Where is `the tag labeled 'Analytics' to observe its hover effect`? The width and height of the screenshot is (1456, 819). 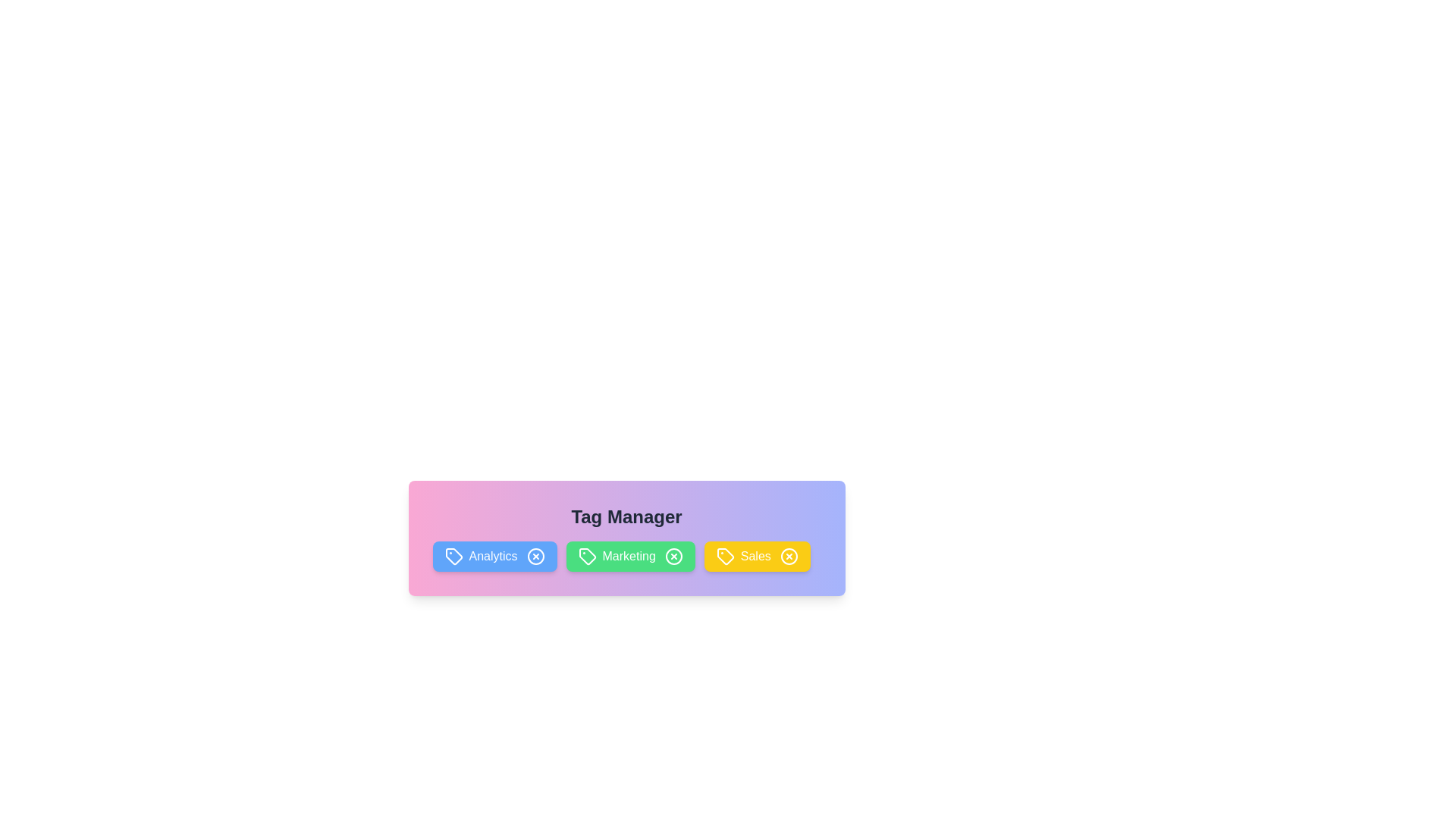 the tag labeled 'Analytics' to observe its hover effect is located at coordinates (494, 556).